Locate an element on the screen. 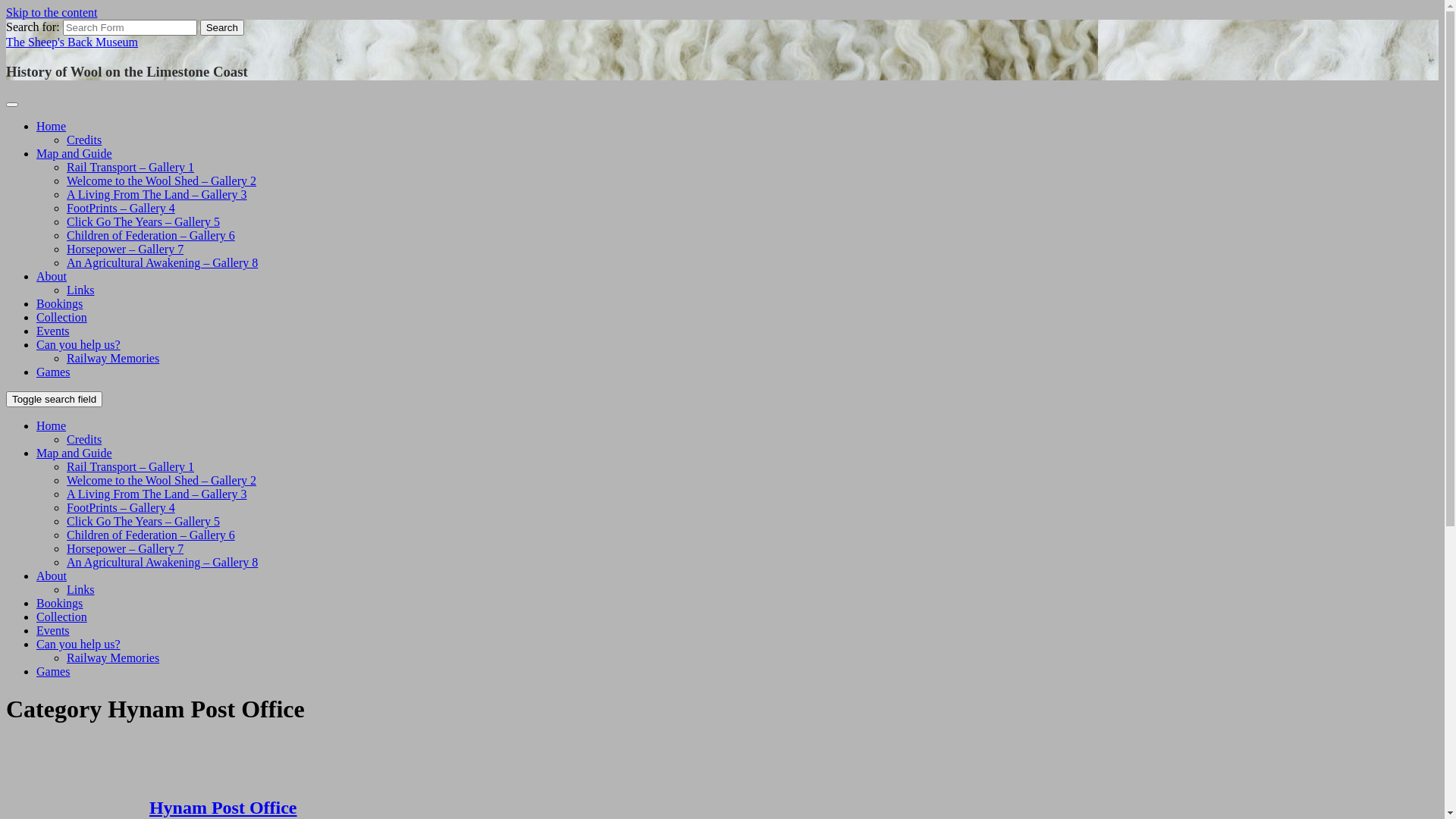 The image size is (1456, 819). 'Railway Memories' is located at coordinates (111, 657).